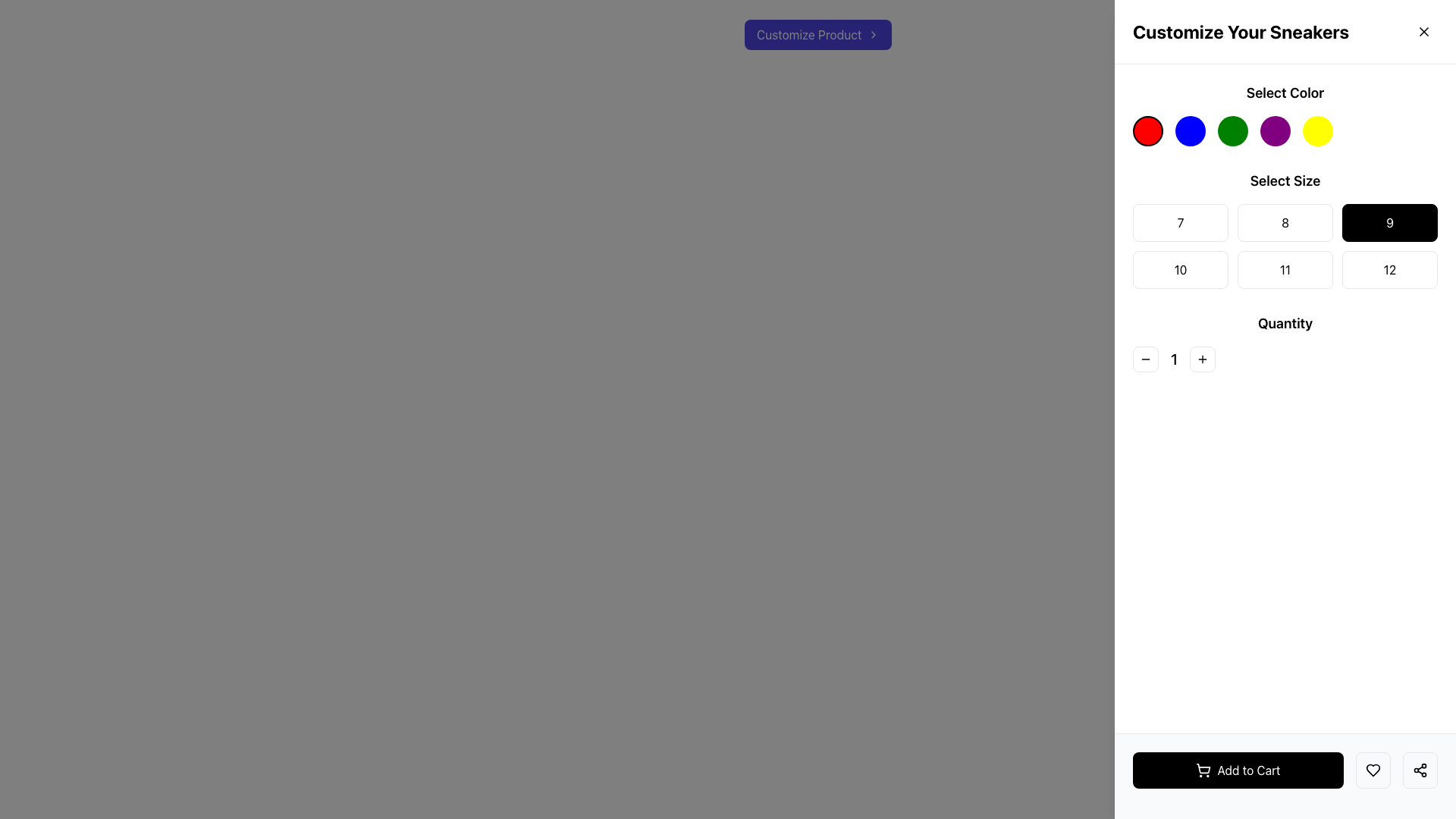 This screenshot has width=1456, height=819. I want to click on the third circular button from the left in the 'Select Color' section, so click(1233, 130).